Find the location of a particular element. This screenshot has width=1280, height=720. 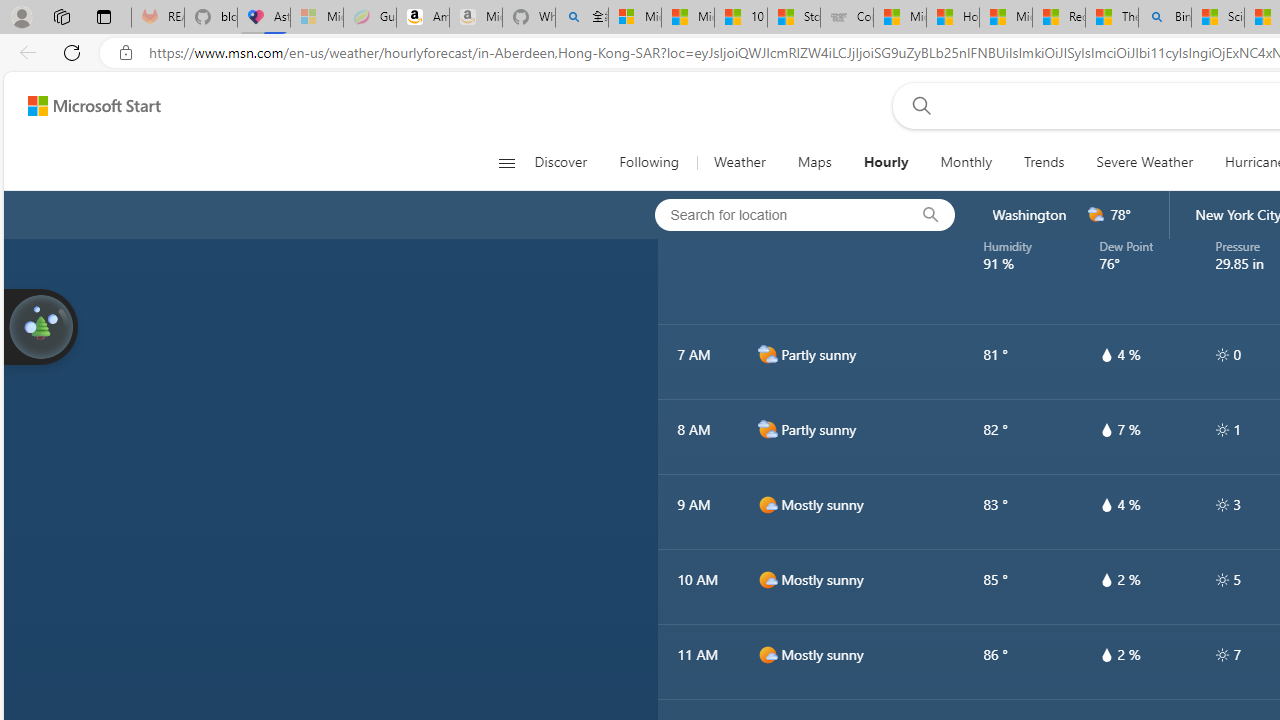

'Class: button-glyph' is located at coordinates (506, 162).